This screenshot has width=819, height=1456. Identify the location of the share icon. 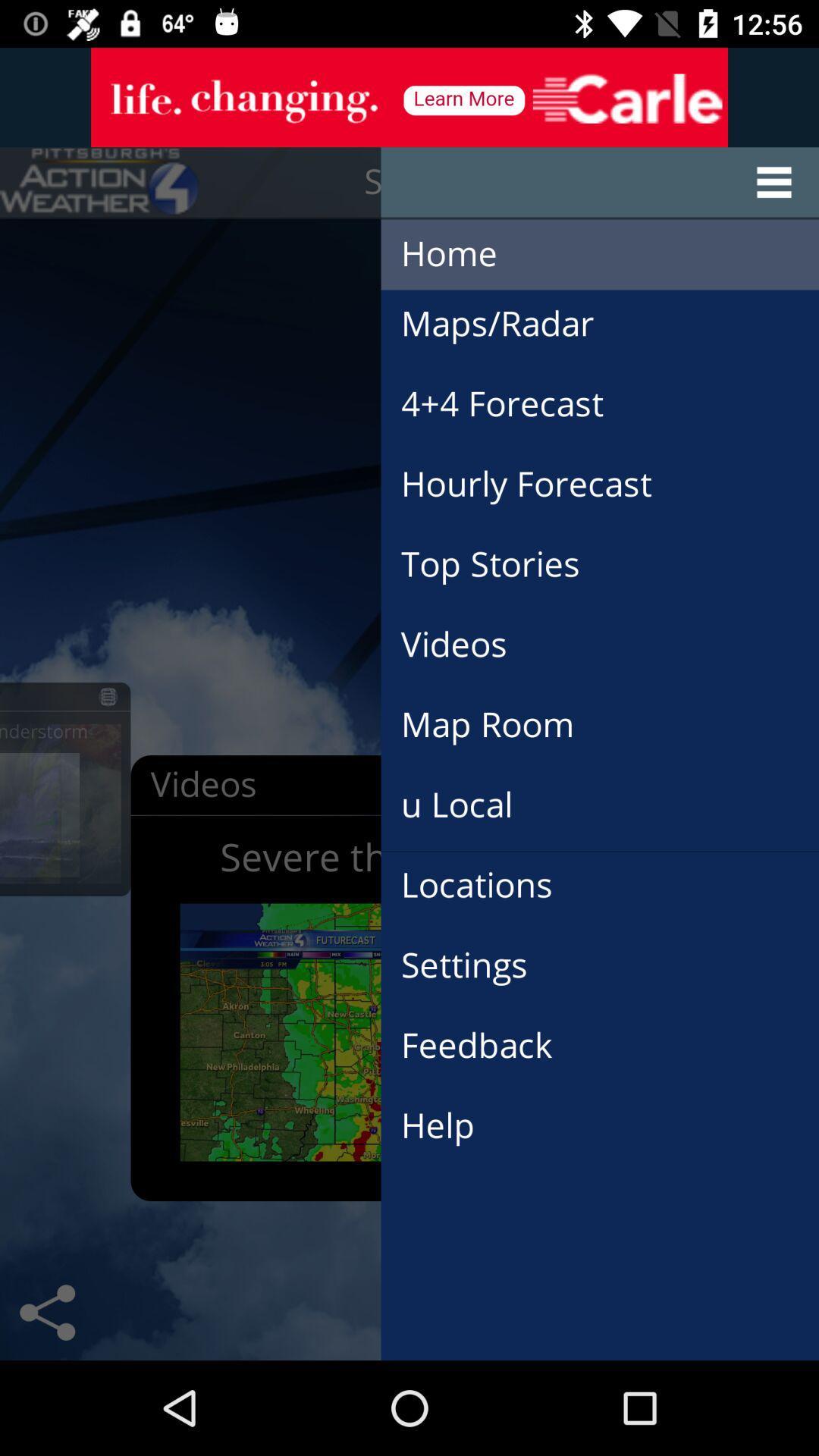
(46, 1312).